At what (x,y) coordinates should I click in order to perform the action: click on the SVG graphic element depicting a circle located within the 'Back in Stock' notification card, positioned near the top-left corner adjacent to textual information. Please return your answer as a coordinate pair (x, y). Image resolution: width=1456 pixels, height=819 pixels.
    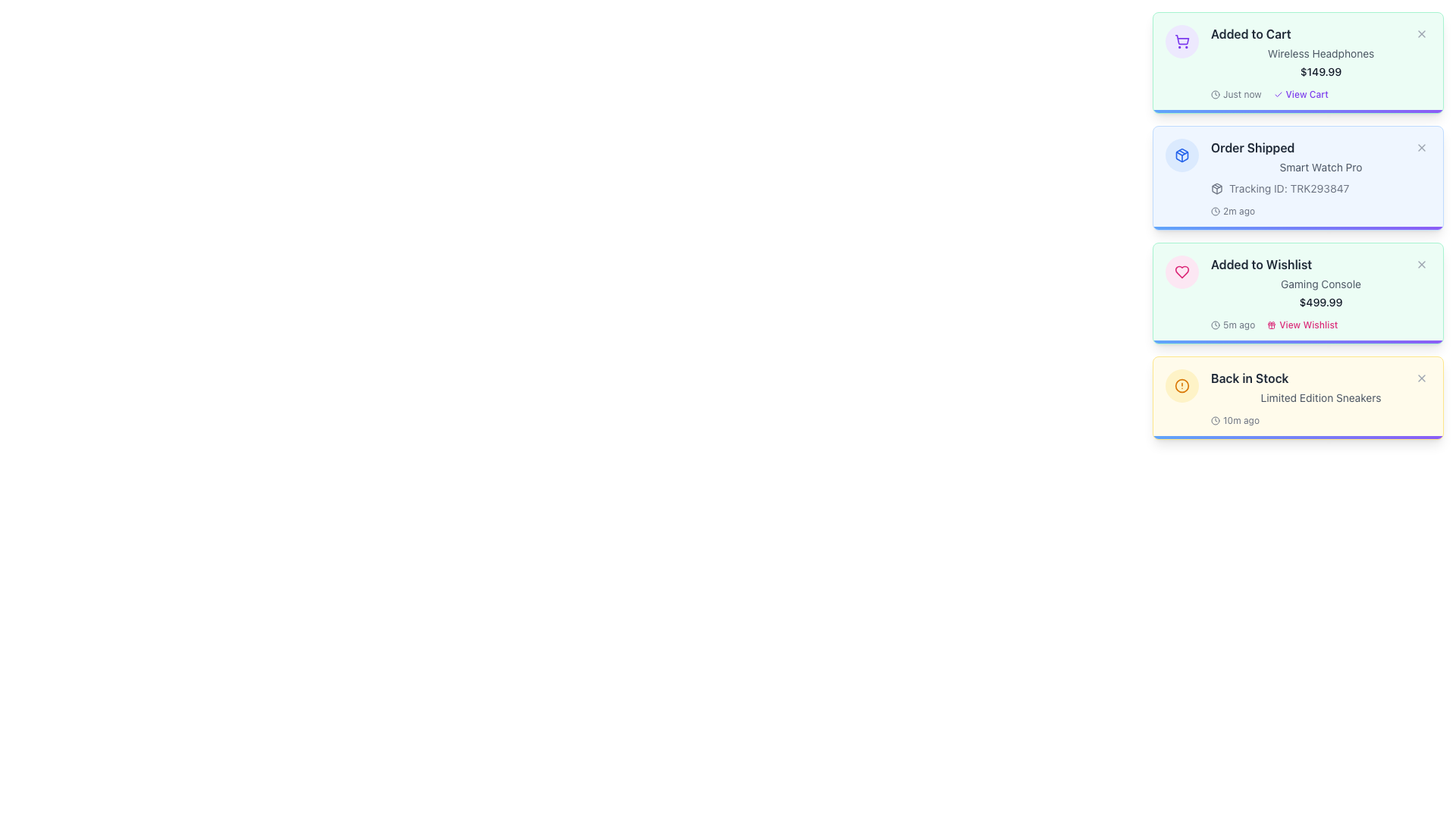
    Looking at the image, I should click on (1216, 421).